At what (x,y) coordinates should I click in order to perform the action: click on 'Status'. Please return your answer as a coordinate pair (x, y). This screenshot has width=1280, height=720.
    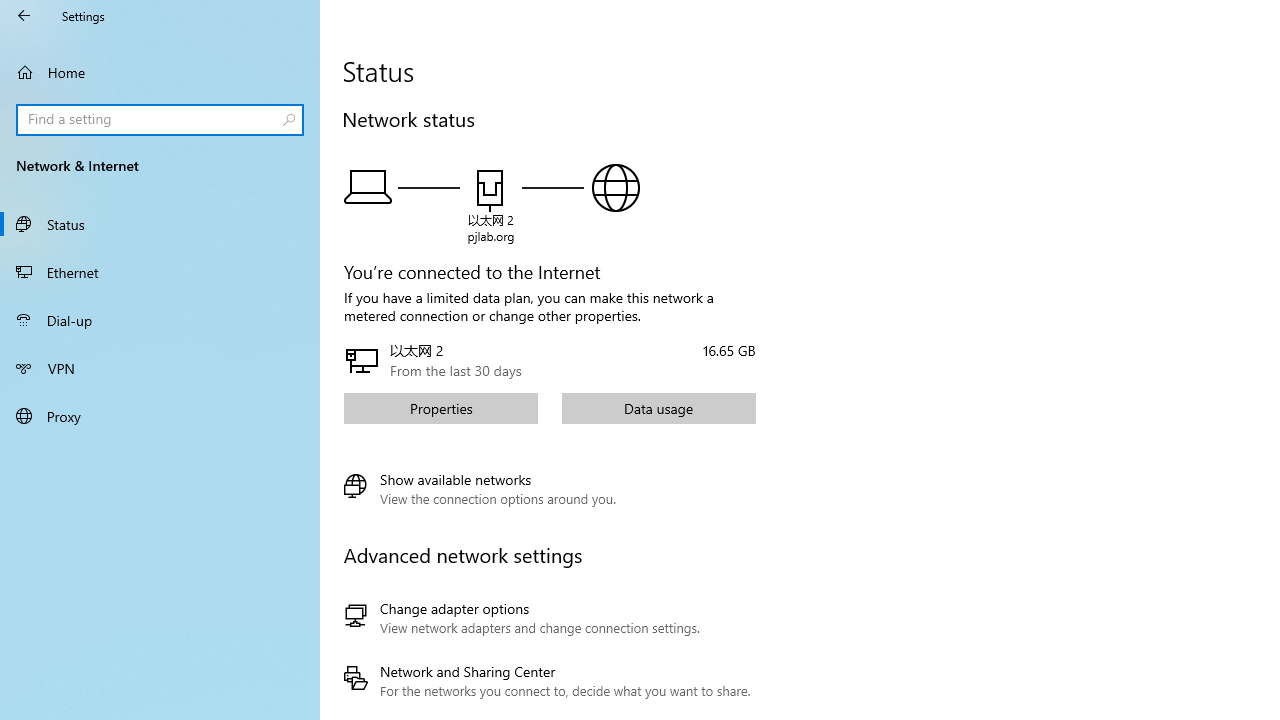
    Looking at the image, I should click on (160, 223).